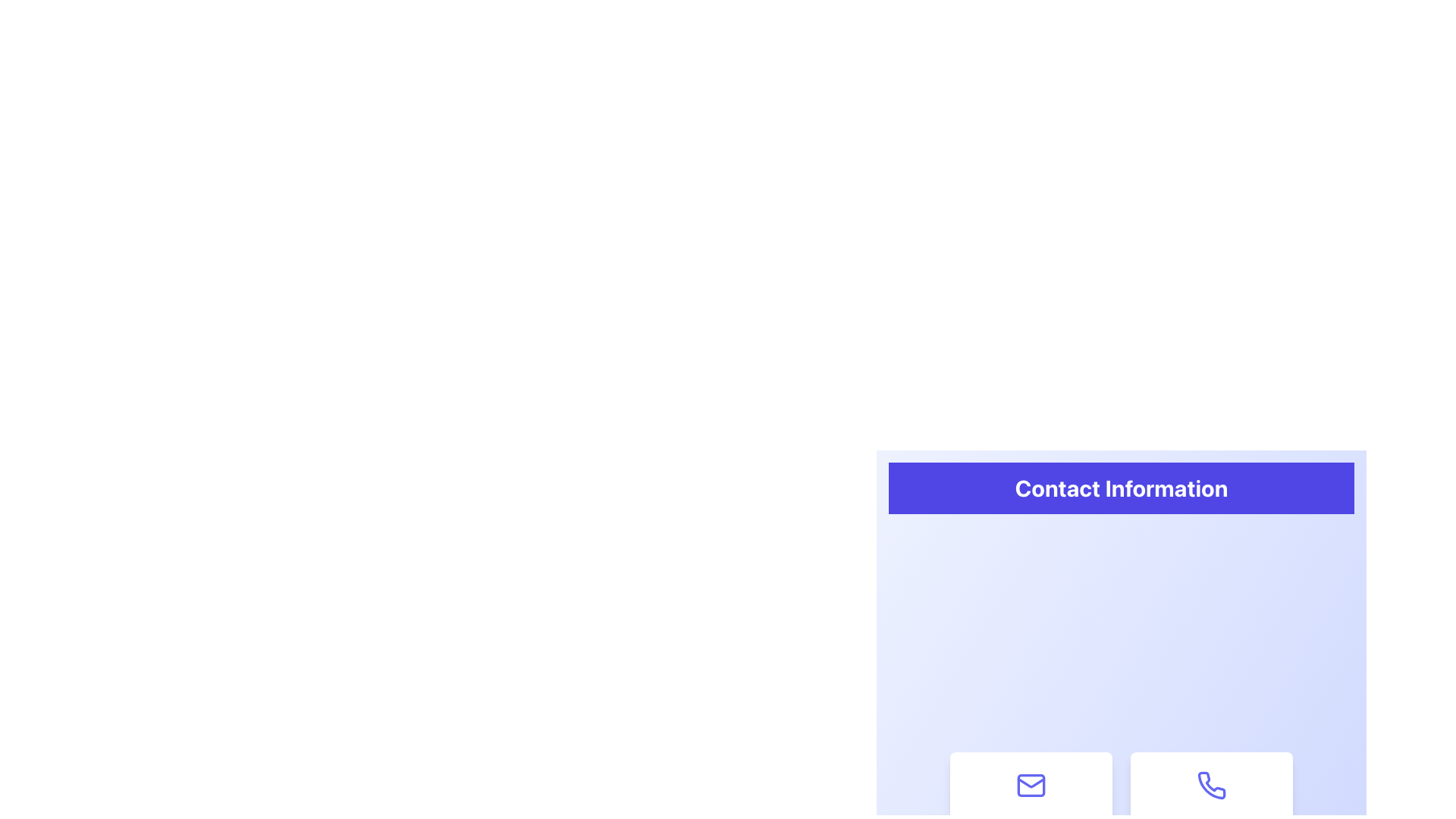 This screenshot has height=819, width=1456. I want to click on the purple phone receiver icon located in the 'Contact Information' section, so click(1211, 785).